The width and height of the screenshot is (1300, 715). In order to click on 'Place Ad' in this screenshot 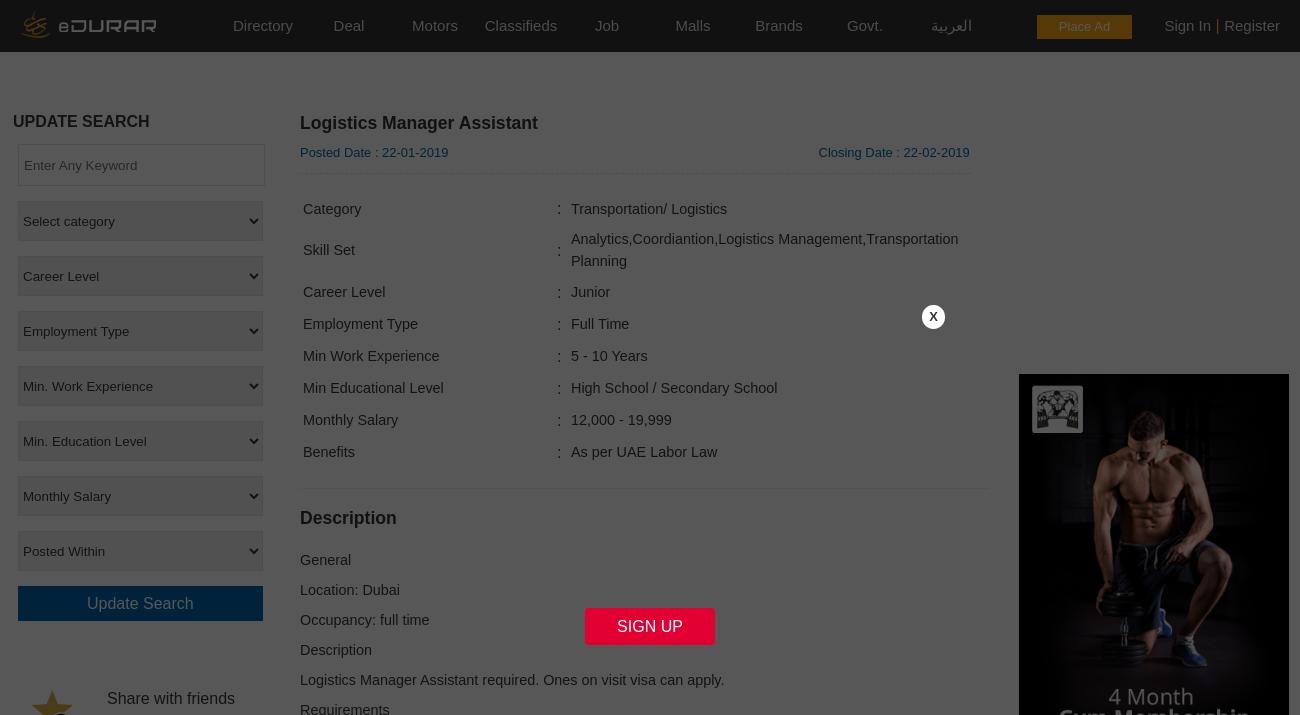, I will do `click(1083, 26)`.